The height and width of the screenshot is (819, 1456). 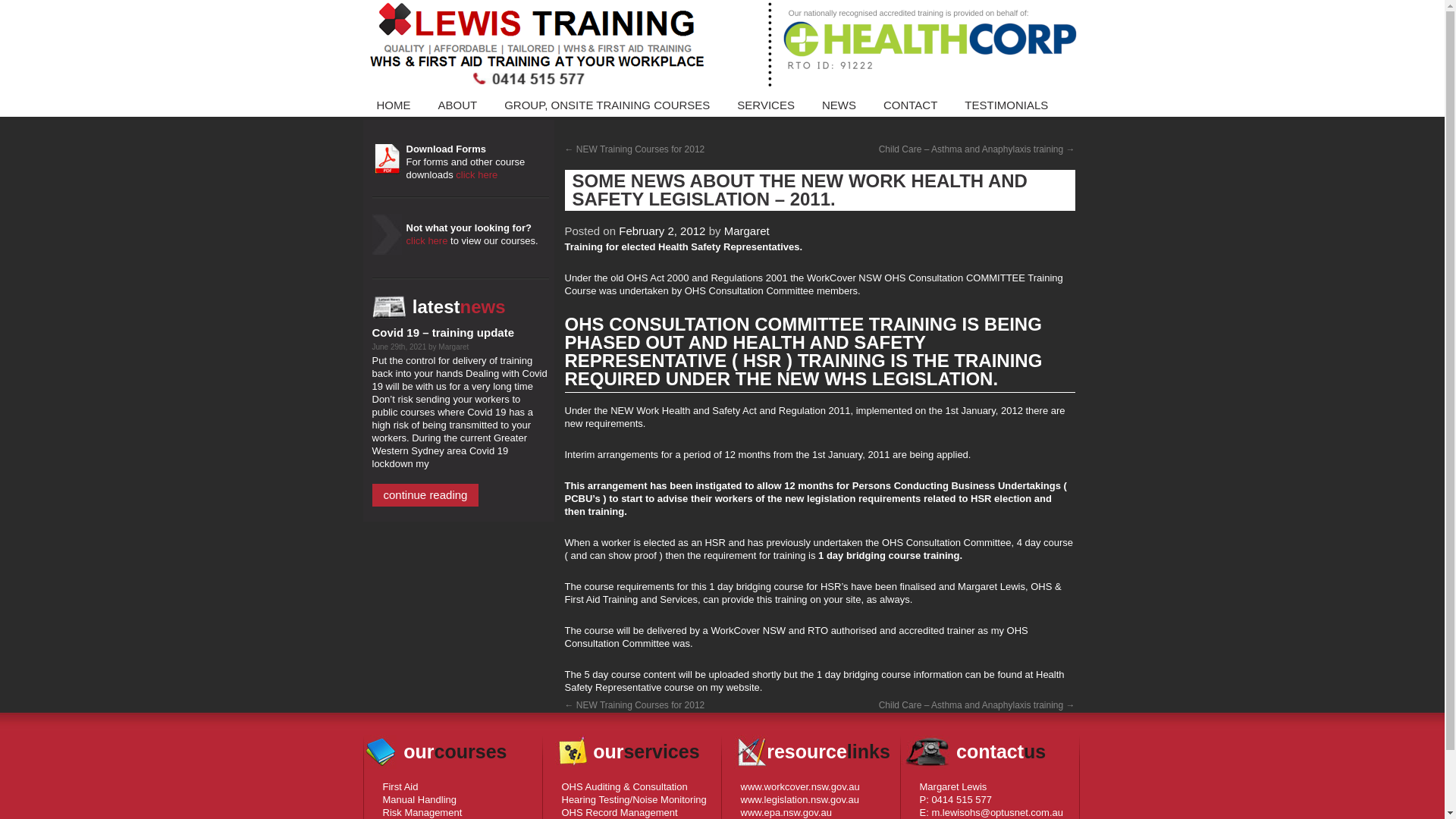 What do you see at coordinates (765, 104) in the screenshot?
I see `'SERVICES'` at bounding box center [765, 104].